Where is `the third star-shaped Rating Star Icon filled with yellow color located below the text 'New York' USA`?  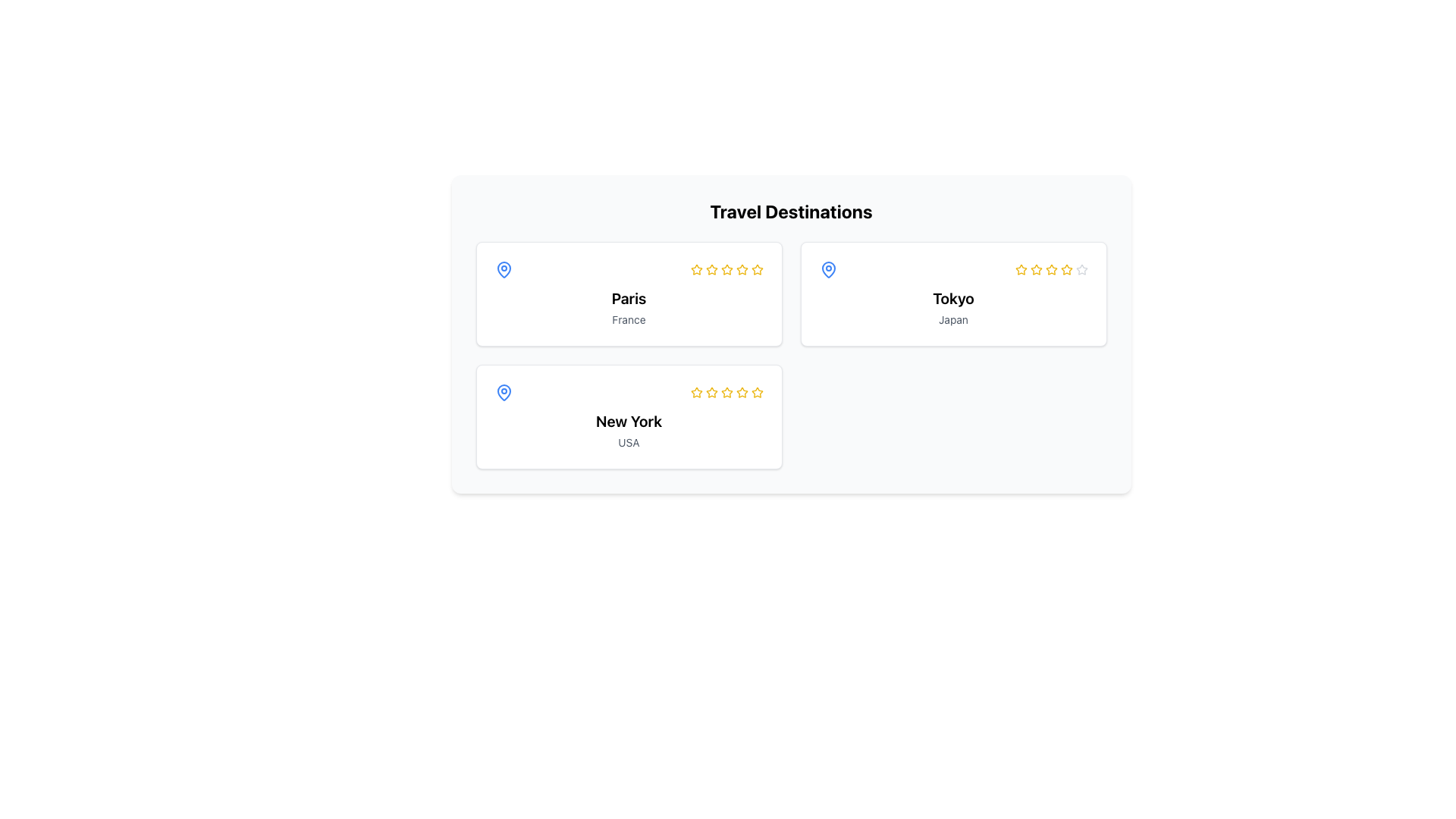 the third star-shaped Rating Star Icon filled with yellow color located below the text 'New York' USA is located at coordinates (726, 391).